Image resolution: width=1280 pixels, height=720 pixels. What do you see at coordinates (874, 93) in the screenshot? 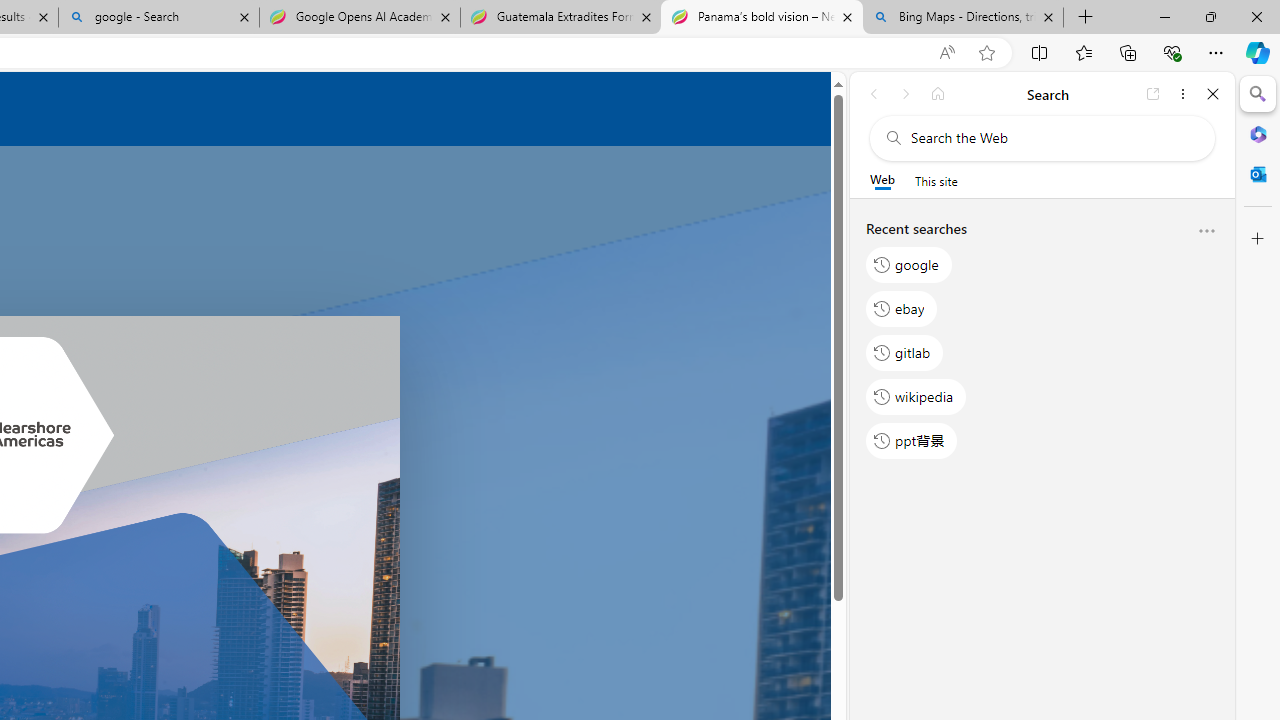
I see `'Back'` at bounding box center [874, 93].